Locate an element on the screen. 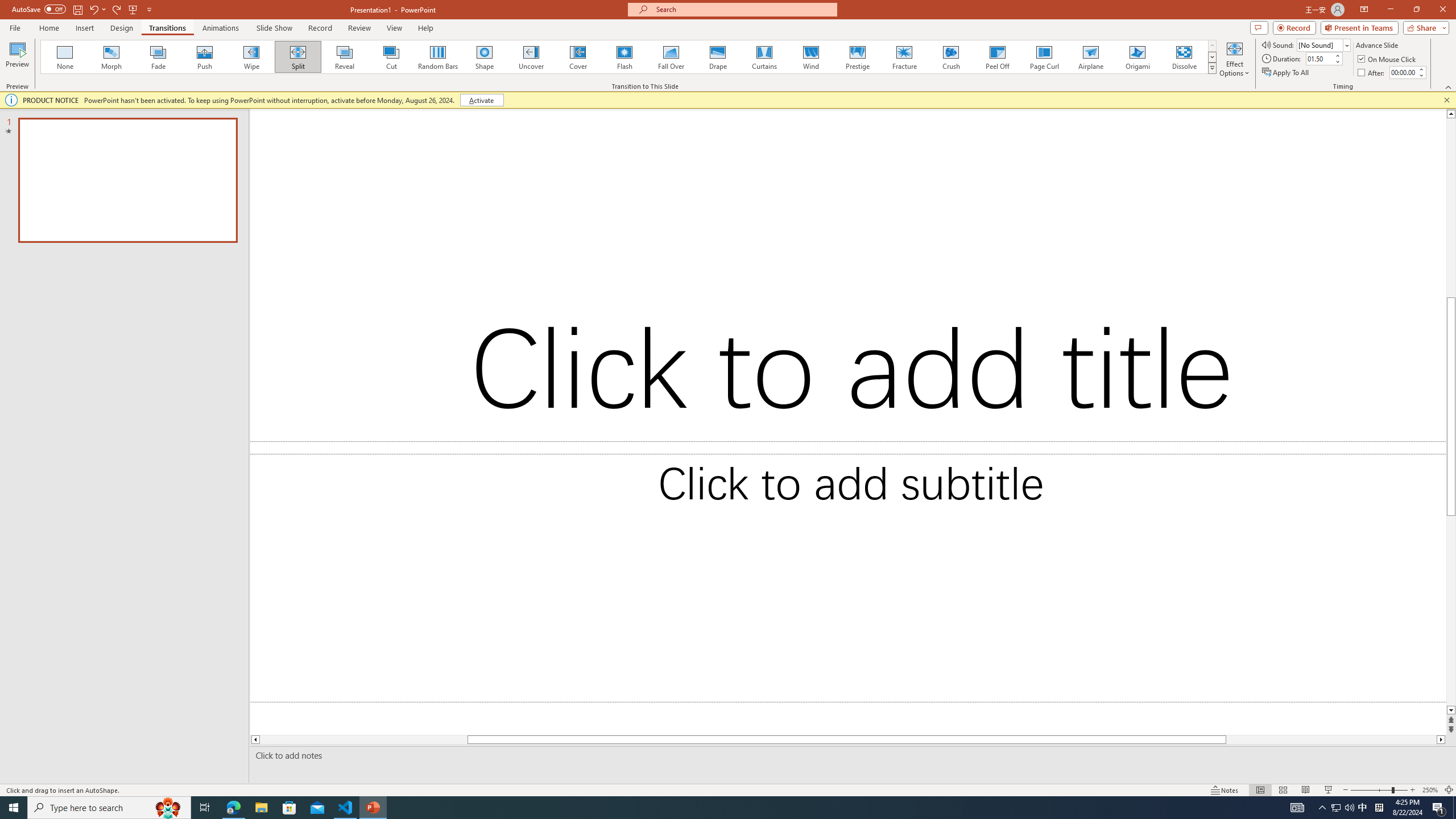 The height and width of the screenshot is (819, 1456). 'On Mouse Click' is located at coordinates (1387, 59).